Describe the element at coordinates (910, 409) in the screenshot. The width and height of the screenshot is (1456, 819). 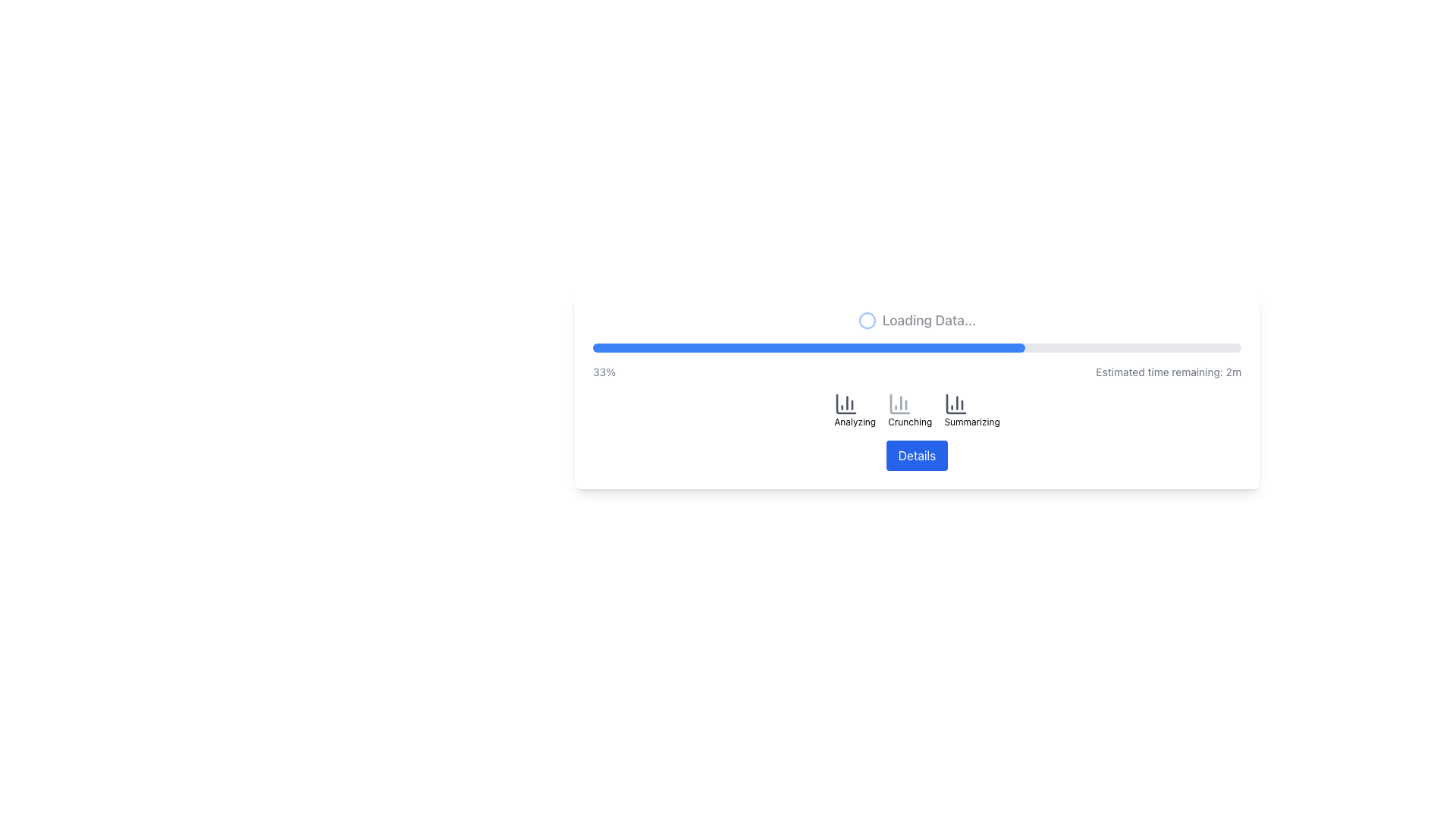
I see `the 'Crunching' text label with a bar chart icon, which is the middle element in a row of three similar items` at that location.